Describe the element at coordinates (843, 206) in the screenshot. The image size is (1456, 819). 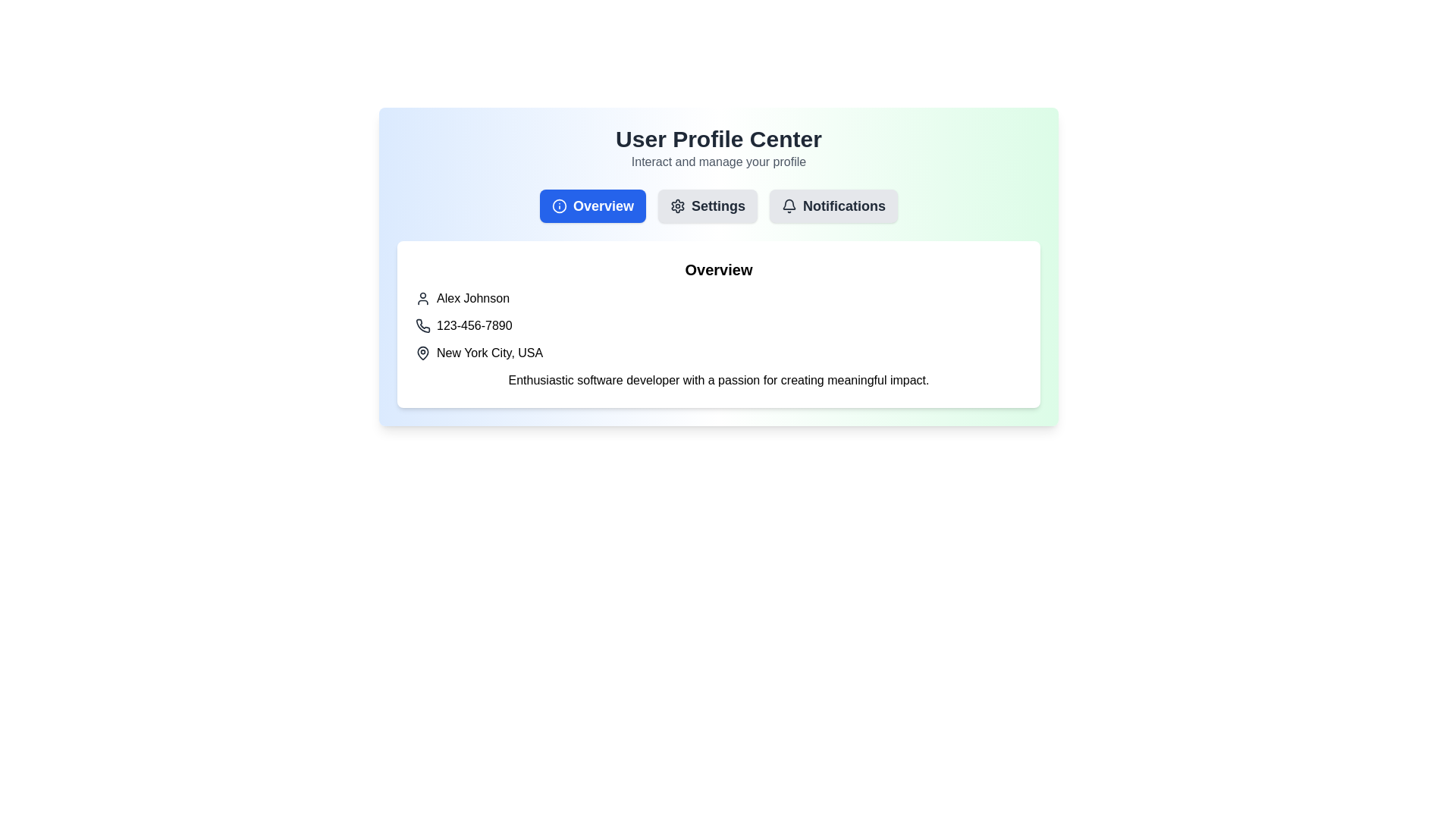
I see `the 'Notifications' button, which is styled with a bold dark gray text label and is part of a horizontal navigation menu at the top of the interface` at that location.